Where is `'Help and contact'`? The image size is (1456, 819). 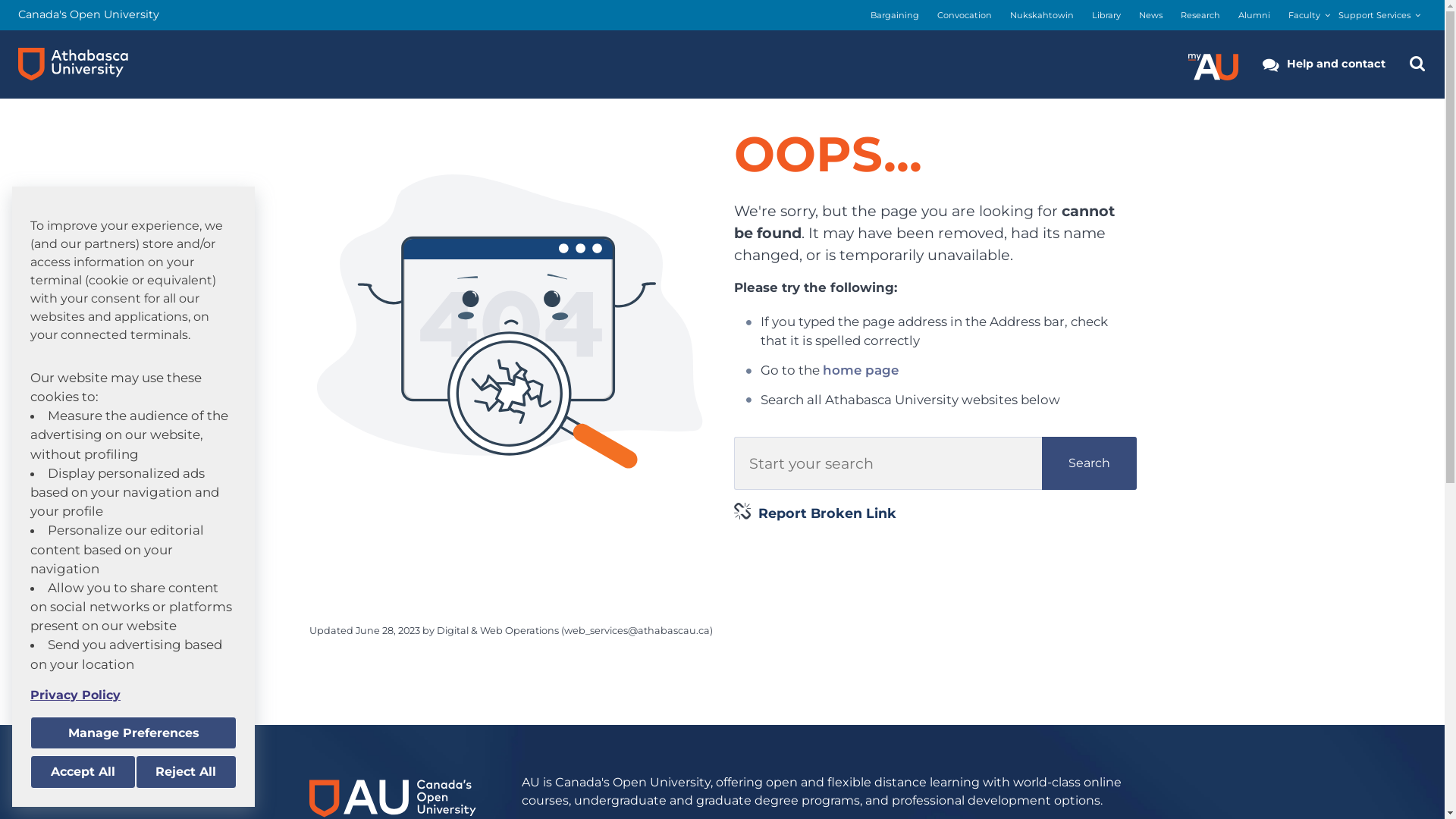
'Help and contact' is located at coordinates (1323, 63).